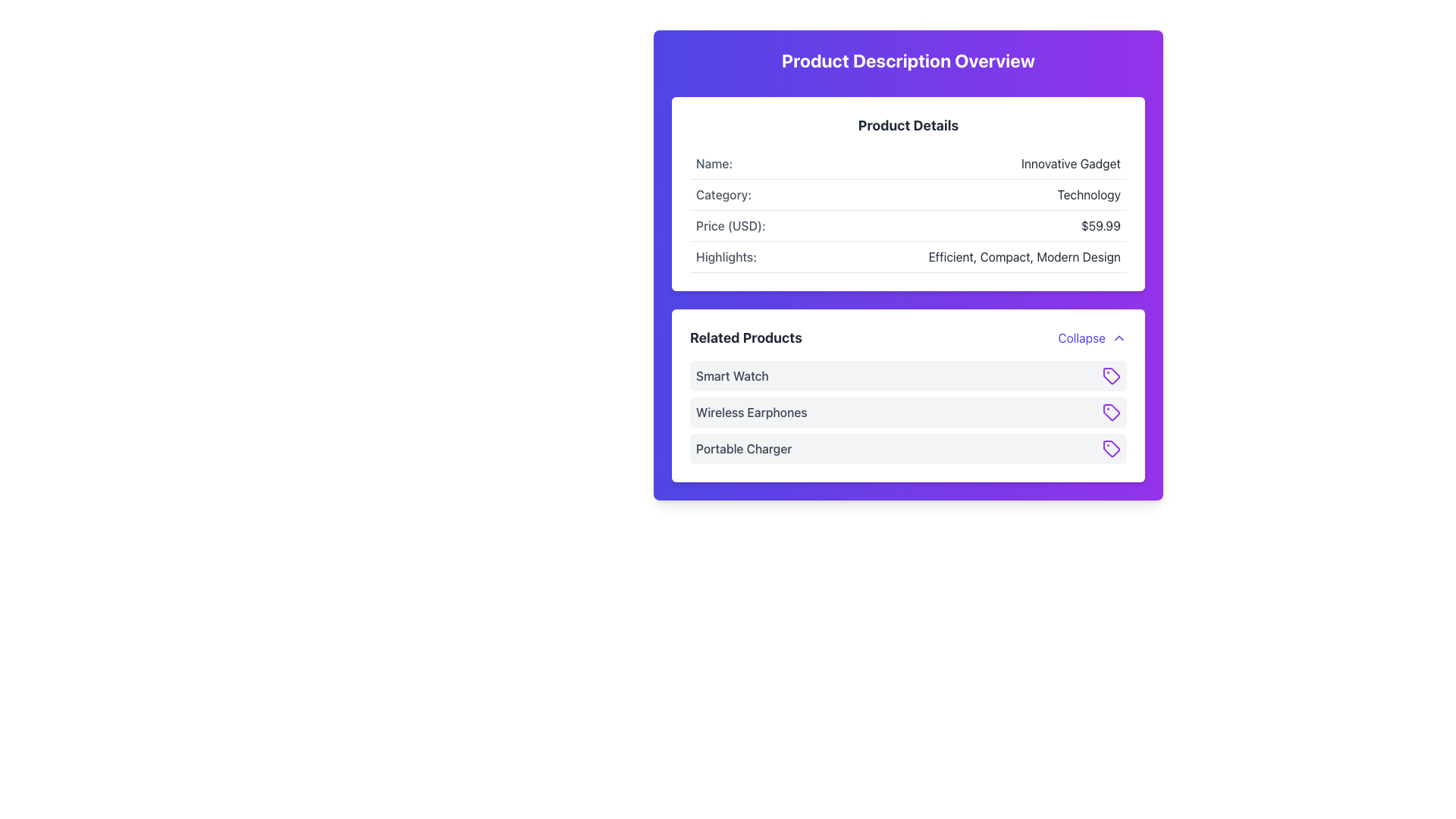 This screenshot has height=819, width=1456. Describe the element at coordinates (723, 194) in the screenshot. I see `the static text label that indicates the product category, located to the left of the 'Technology' value in the 'Product Details' section` at that location.